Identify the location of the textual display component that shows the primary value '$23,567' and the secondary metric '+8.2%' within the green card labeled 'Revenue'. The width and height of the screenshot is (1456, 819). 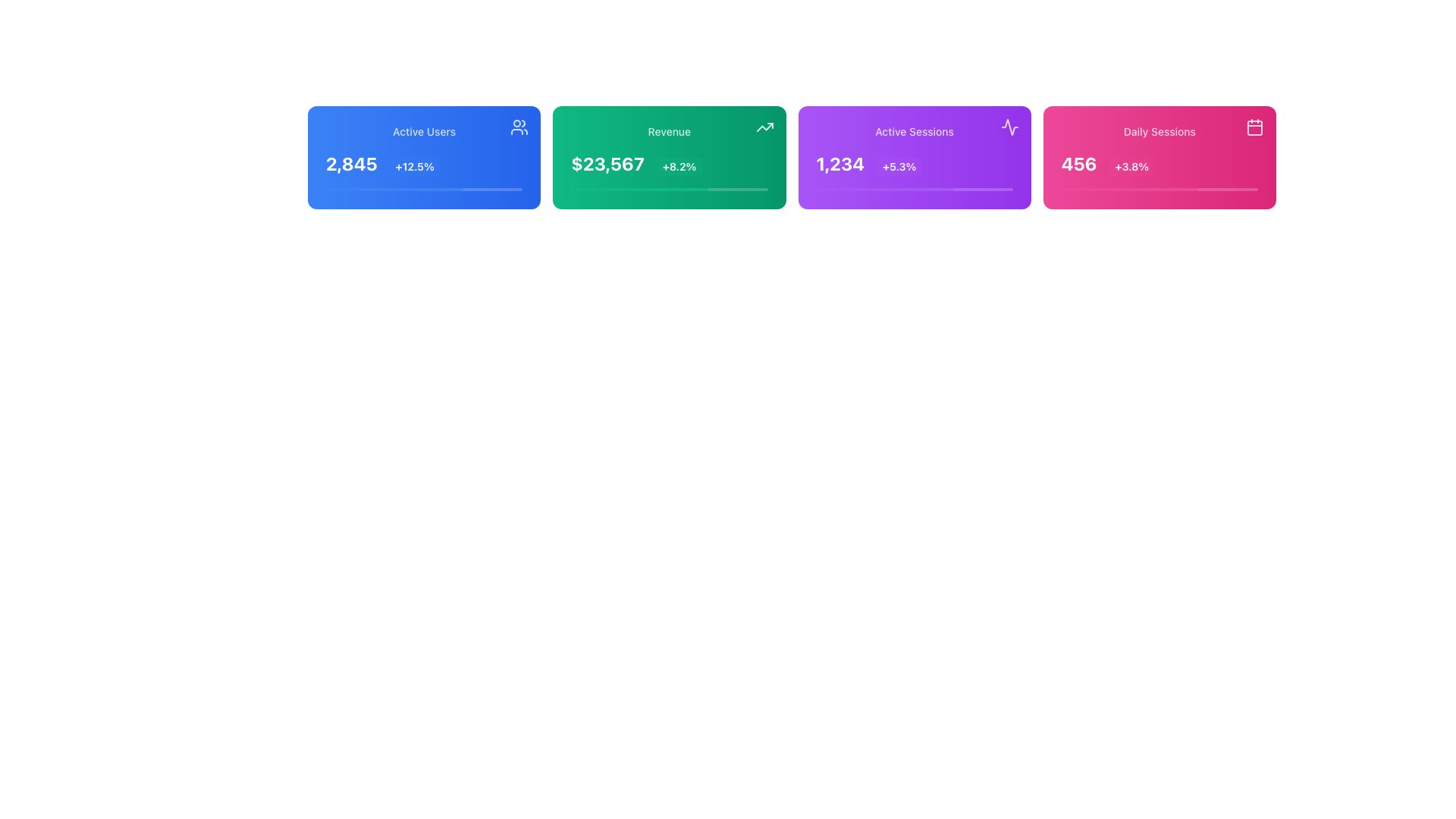
(668, 164).